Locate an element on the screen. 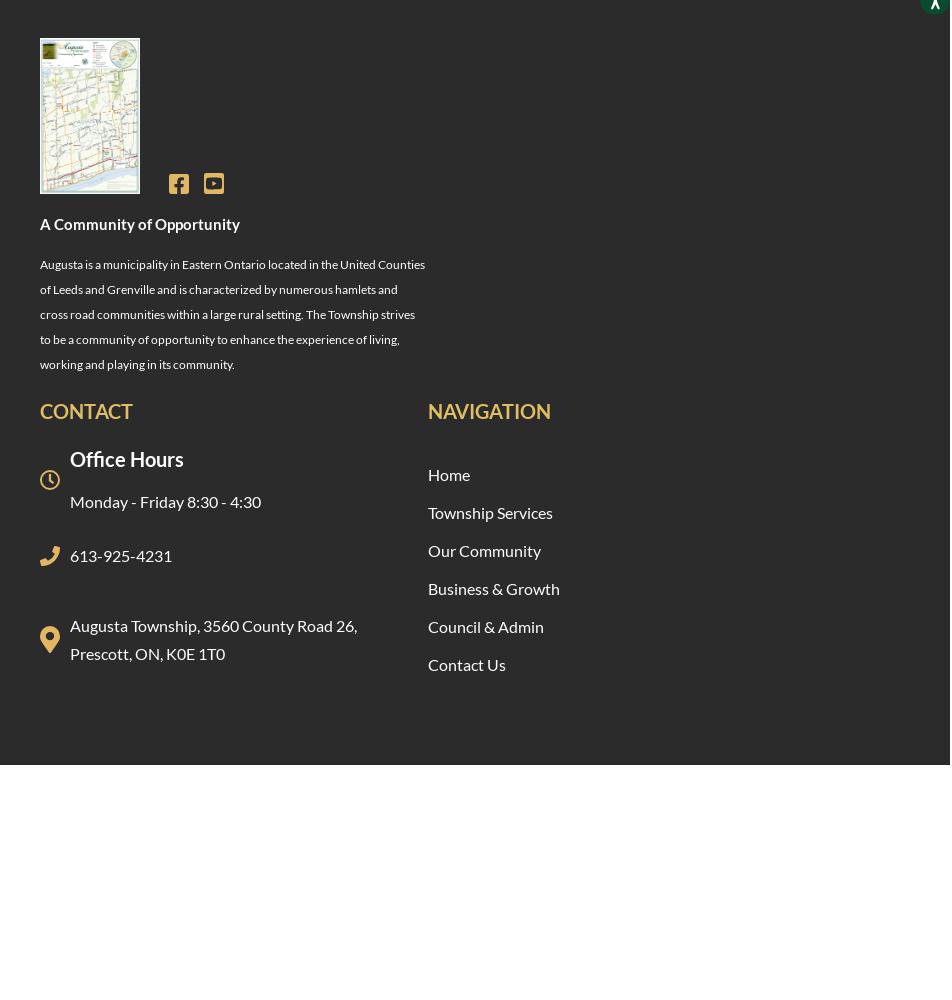 The image size is (952, 1000). 'Augusta Township, 3560 County Road 26, Prescott, ON, K0E 1T0' is located at coordinates (213, 638).